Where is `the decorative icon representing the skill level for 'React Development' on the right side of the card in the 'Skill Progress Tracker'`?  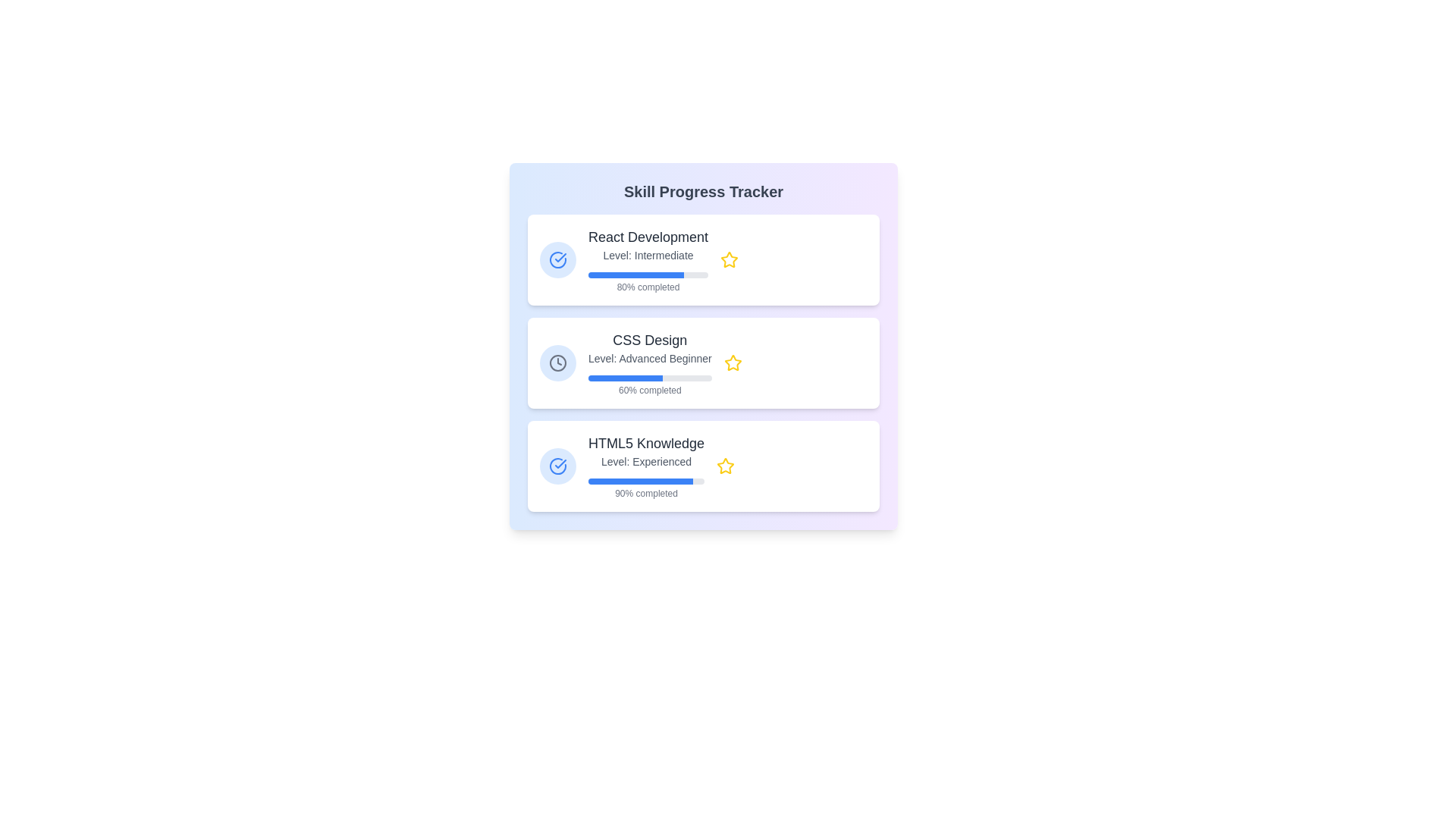
the decorative icon representing the skill level for 'React Development' on the right side of the card in the 'Skill Progress Tracker' is located at coordinates (730, 259).